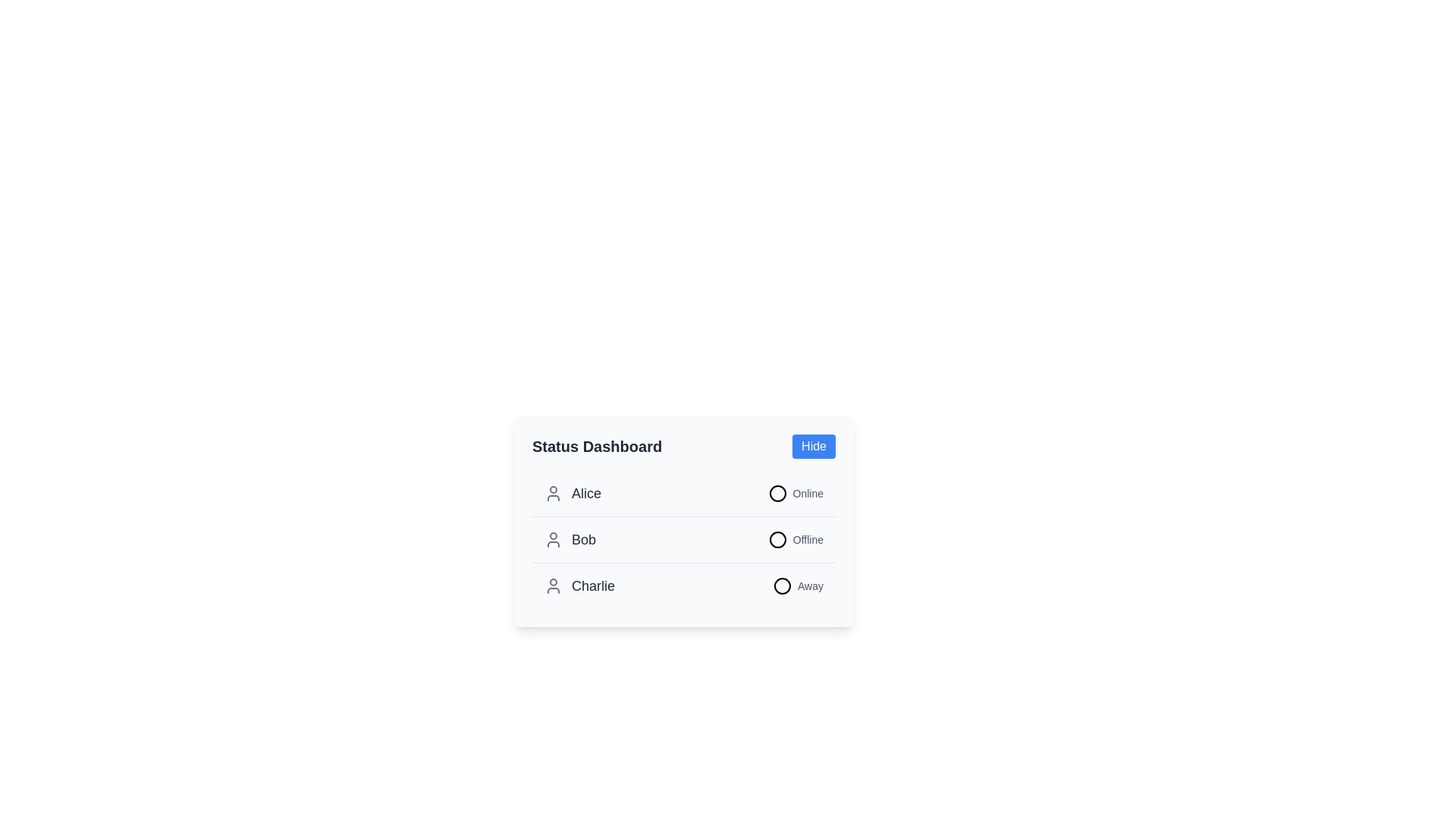 This screenshot has height=819, width=1456. Describe the element at coordinates (783, 585) in the screenshot. I see `the Status indicator icon that indicates an 'Away' state, positioned to the left of the text 'Away'` at that location.